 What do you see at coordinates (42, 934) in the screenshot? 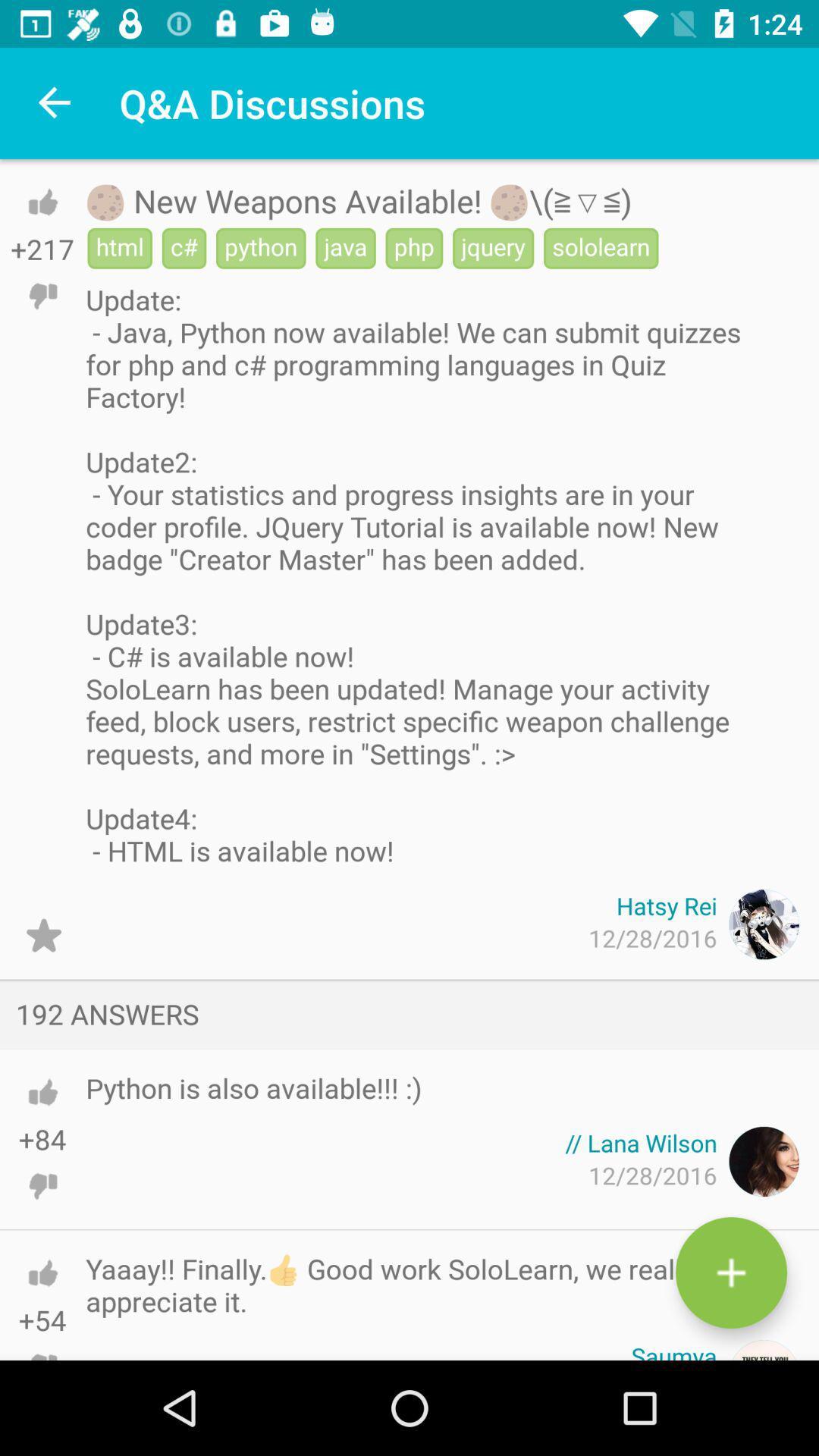
I see `item next to the 12/28/2016` at bounding box center [42, 934].